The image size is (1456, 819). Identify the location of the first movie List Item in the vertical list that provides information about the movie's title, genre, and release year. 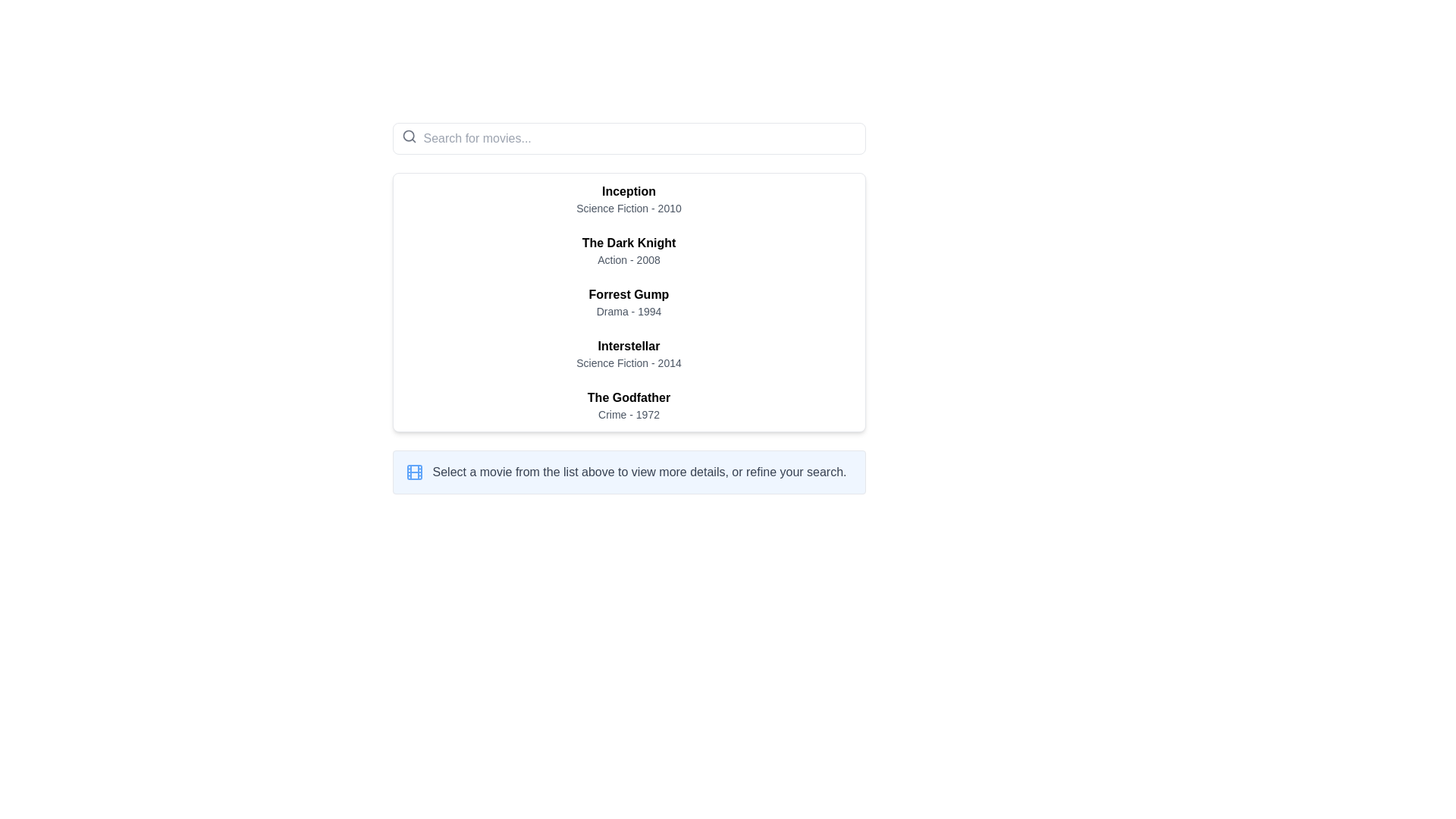
(629, 198).